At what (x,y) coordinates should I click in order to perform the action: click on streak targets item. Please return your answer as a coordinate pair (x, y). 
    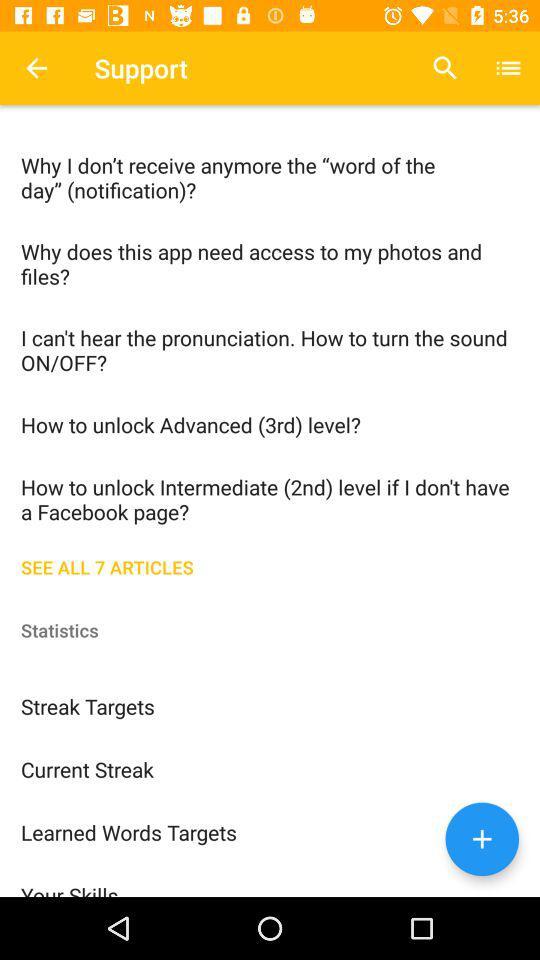
    Looking at the image, I should click on (270, 705).